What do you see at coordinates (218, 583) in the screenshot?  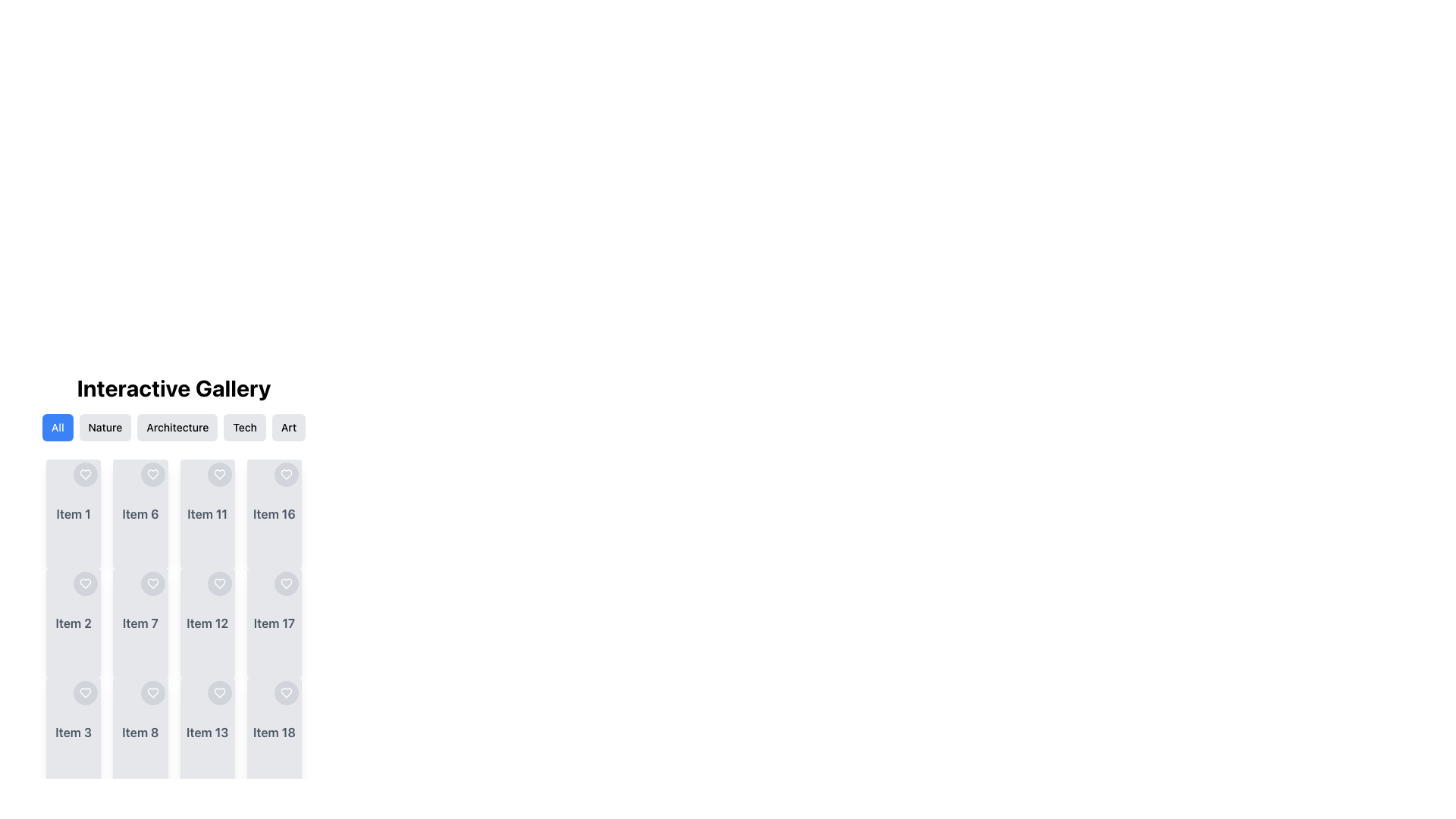 I see `the heart icon located in the twelfth grid item of the interactive gallery to mark the associated item as liked` at bounding box center [218, 583].